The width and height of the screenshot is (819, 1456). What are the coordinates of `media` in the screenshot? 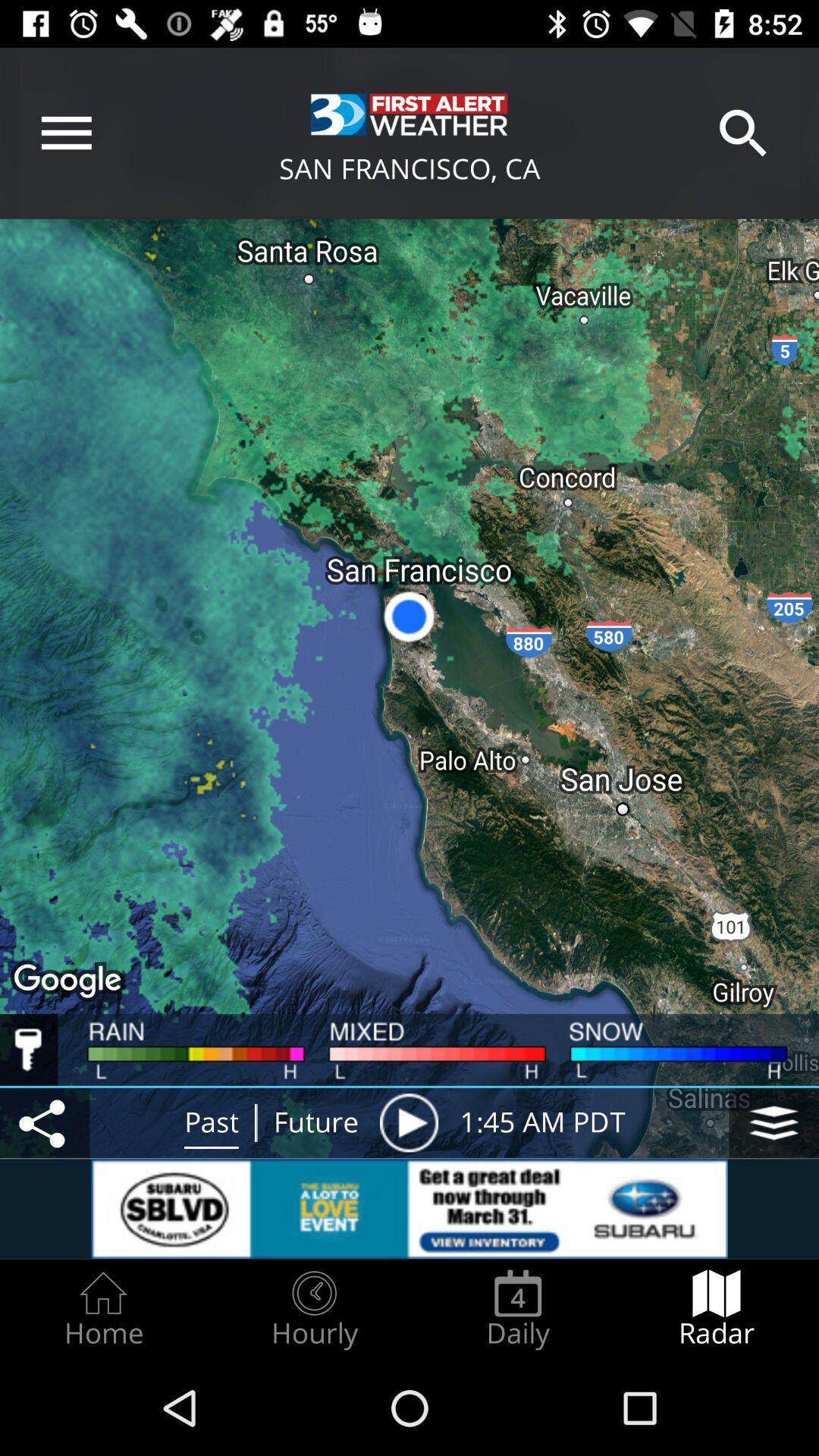 It's located at (408, 1122).